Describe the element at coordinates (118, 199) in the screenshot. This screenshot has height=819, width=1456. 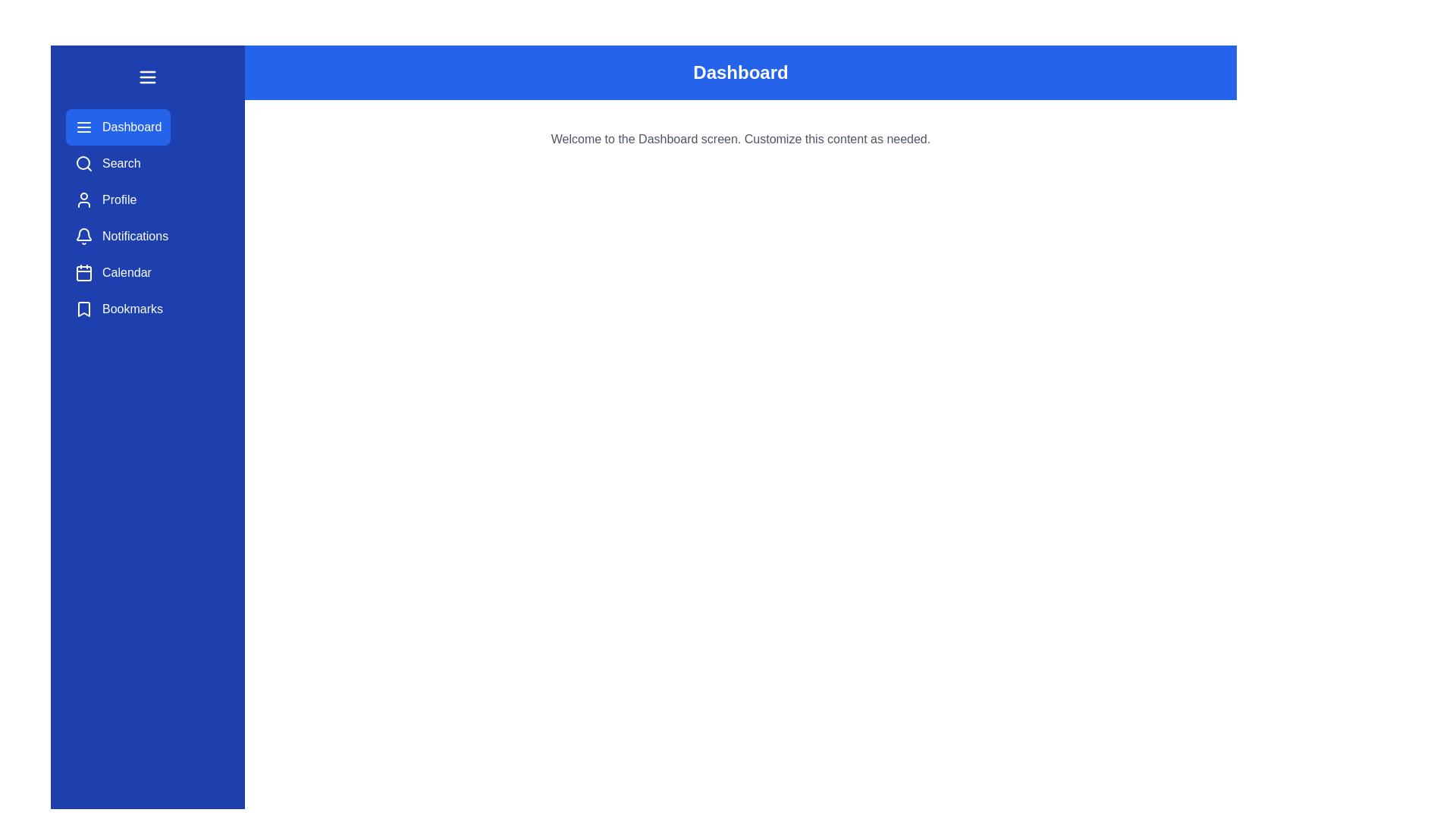
I see `the 'Profile' option displayed in white font on the blue button with rounded corners` at that location.